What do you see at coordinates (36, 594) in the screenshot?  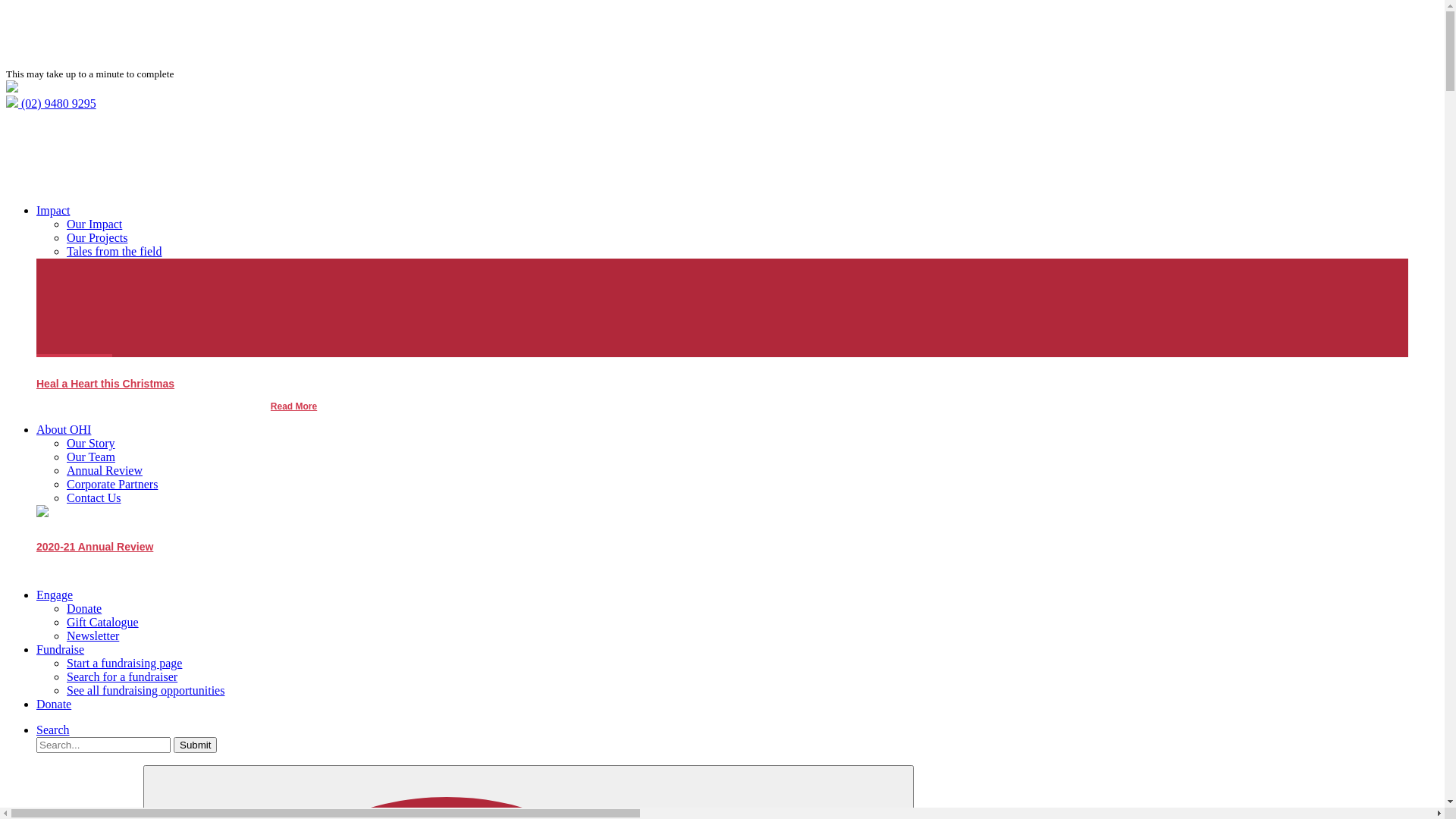 I see `'Engage'` at bounding box center [36, 594].